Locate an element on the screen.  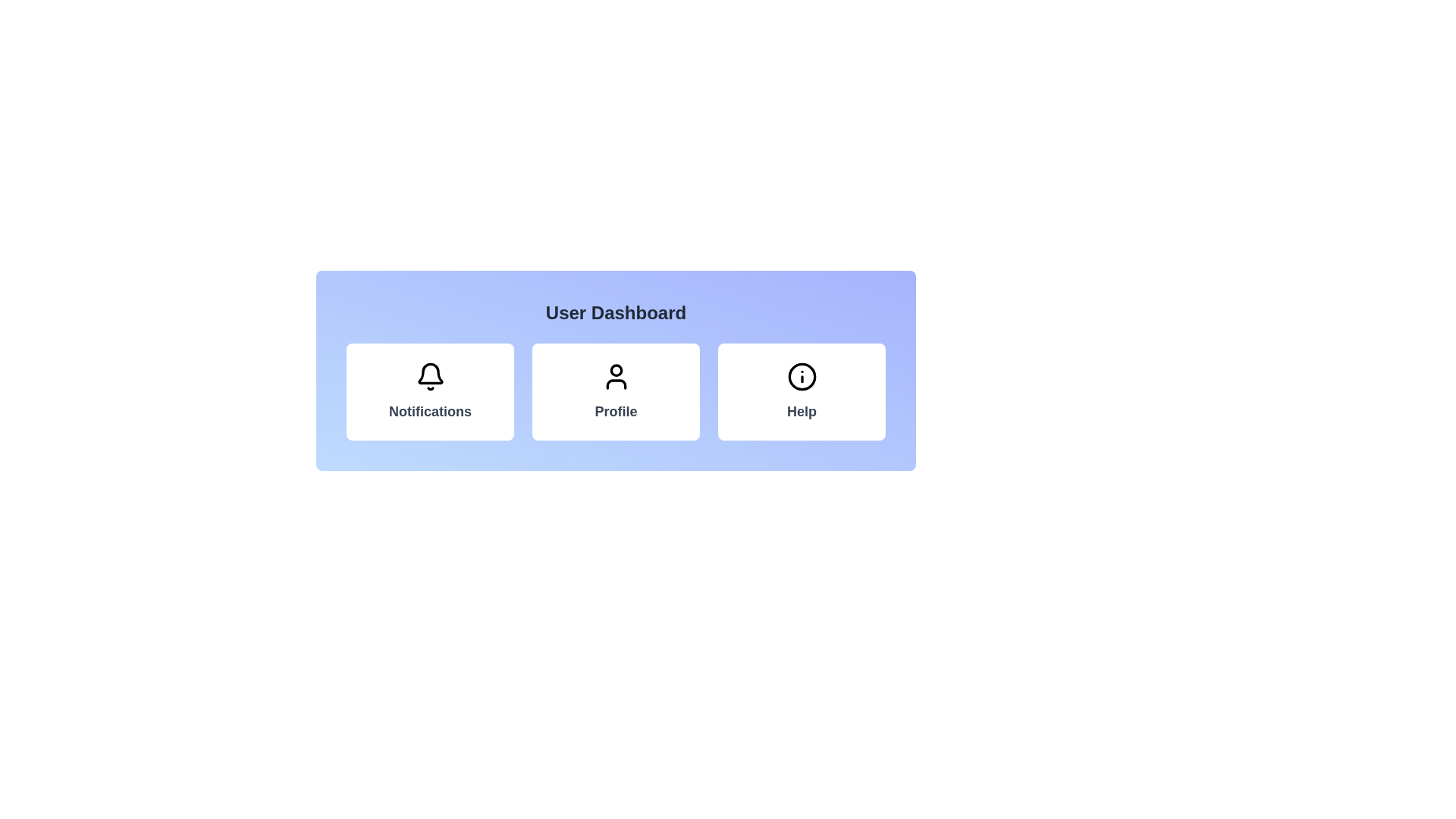
the 'Help' text label, which is styled in a larger font size and bold, dark gray color, located below a circular information icon within a card on the right side of a three-card layout is located at coordinates (801, 412).